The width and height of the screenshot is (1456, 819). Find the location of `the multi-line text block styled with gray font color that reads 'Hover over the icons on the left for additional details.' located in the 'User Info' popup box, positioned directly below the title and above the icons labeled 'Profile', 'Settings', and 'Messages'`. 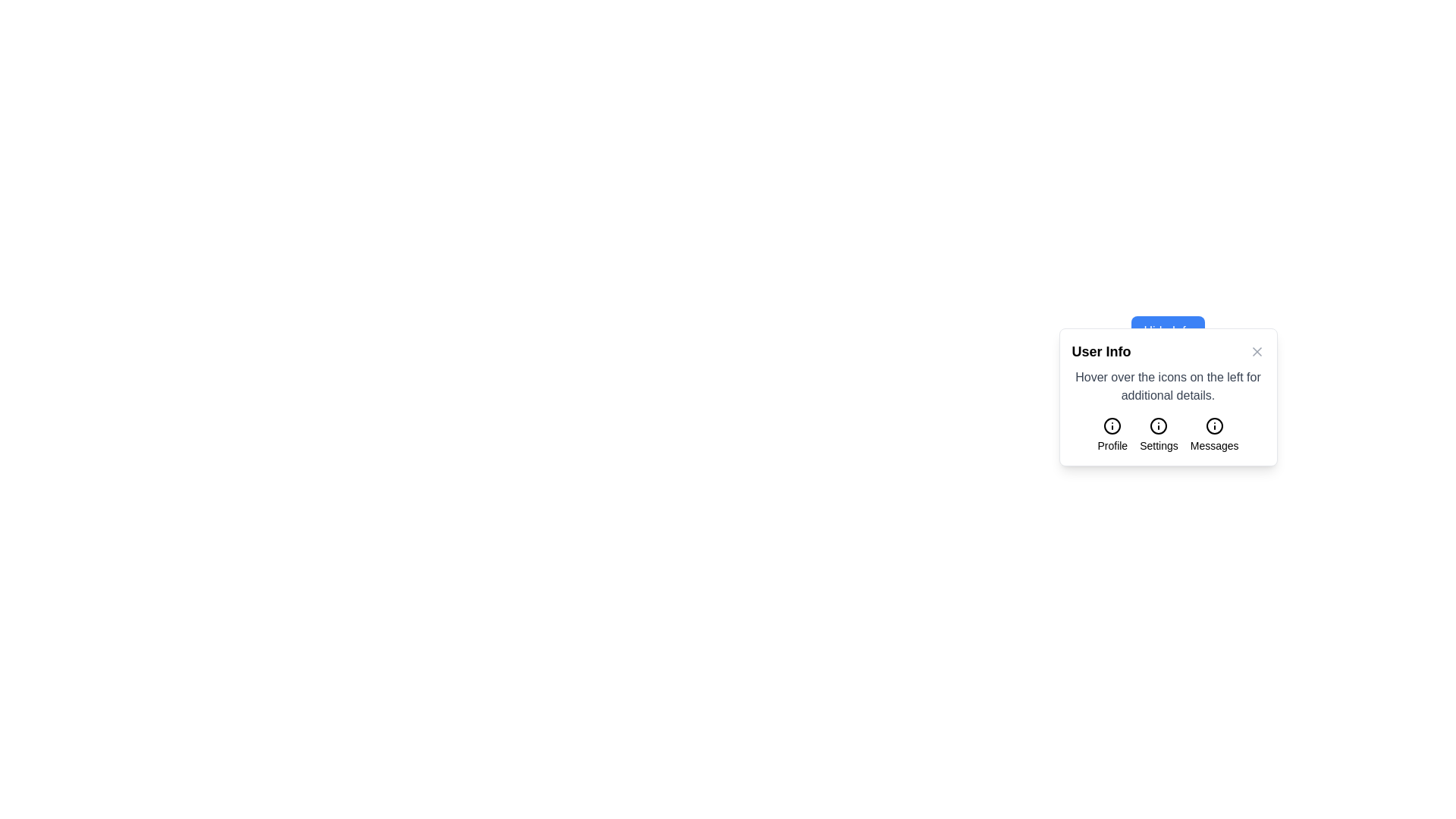

the multi-line text block styled with gray font color that reads 'Hover over the icons on the left for additional details.' located in the 'User Info' popup box, positioned directly below the title and above the icons labeled 'Profile', 'Settings', and 'Messages' is located at coordinates (1167, 385).